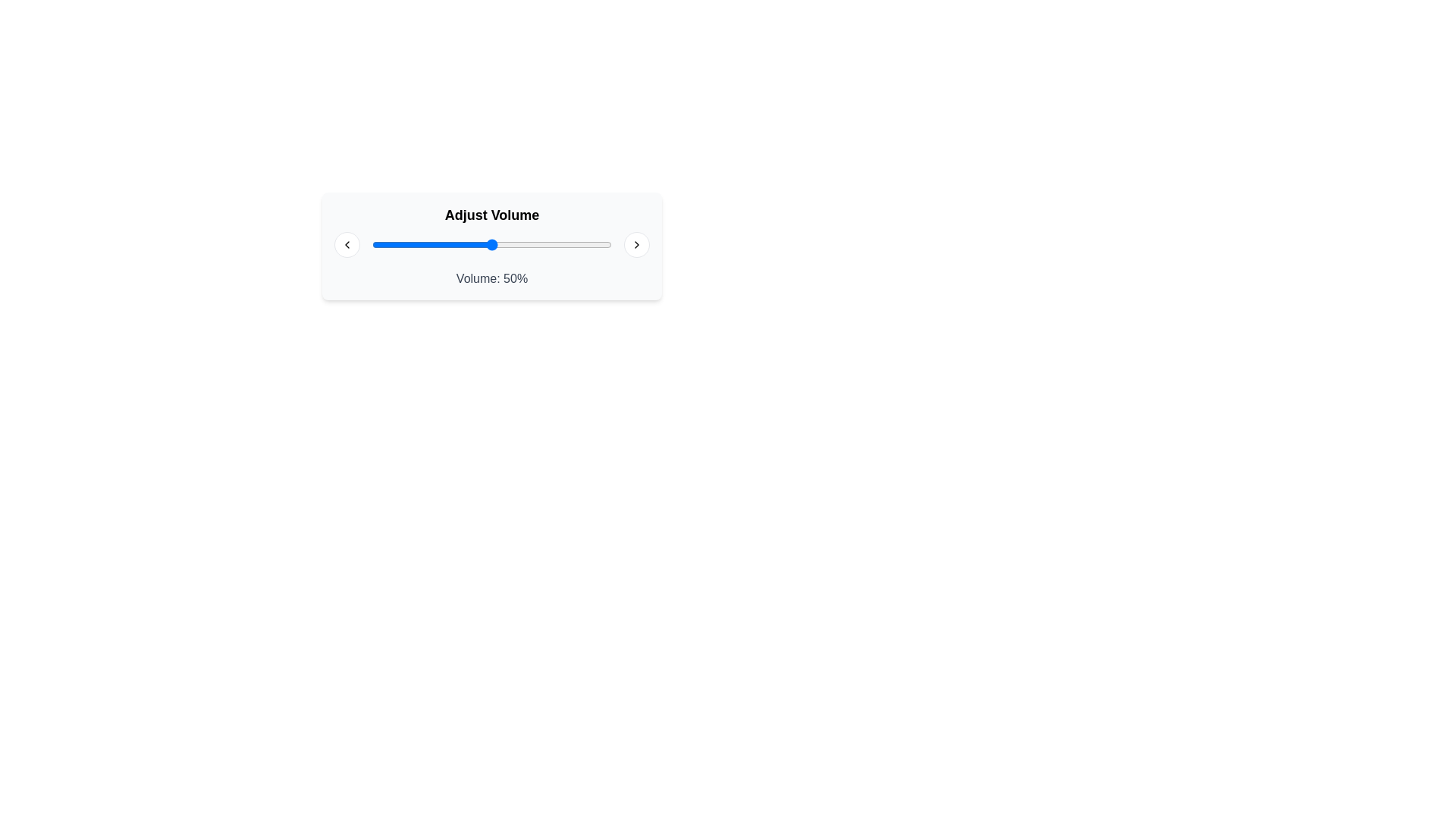 The height and width of the screenshot is (819, 1456). What do you see at coordinates (554, 244) in the screenshot?
I see `the slider` at bounding box center [554, 244].